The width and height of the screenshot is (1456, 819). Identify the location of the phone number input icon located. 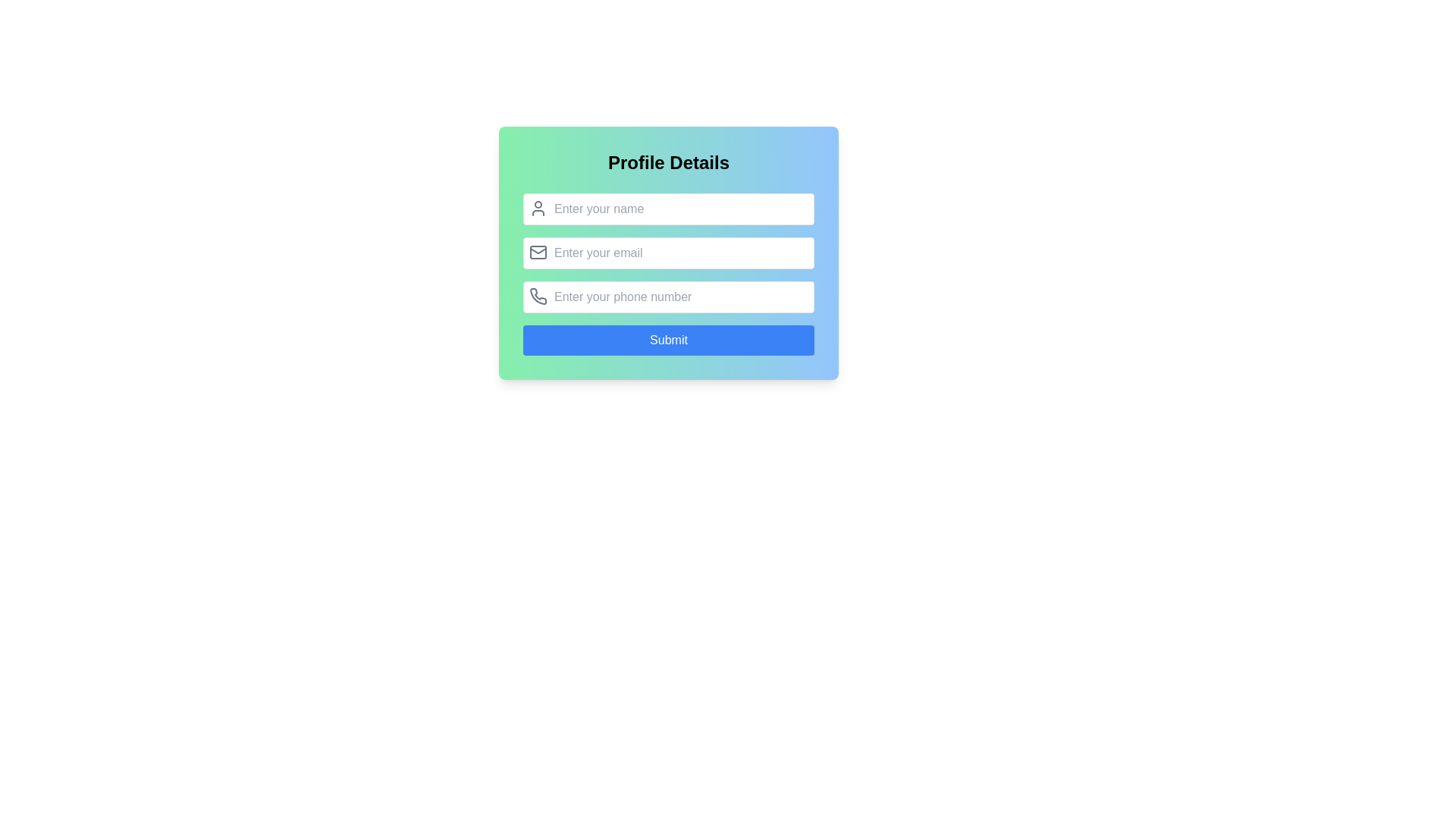
(538, 296).